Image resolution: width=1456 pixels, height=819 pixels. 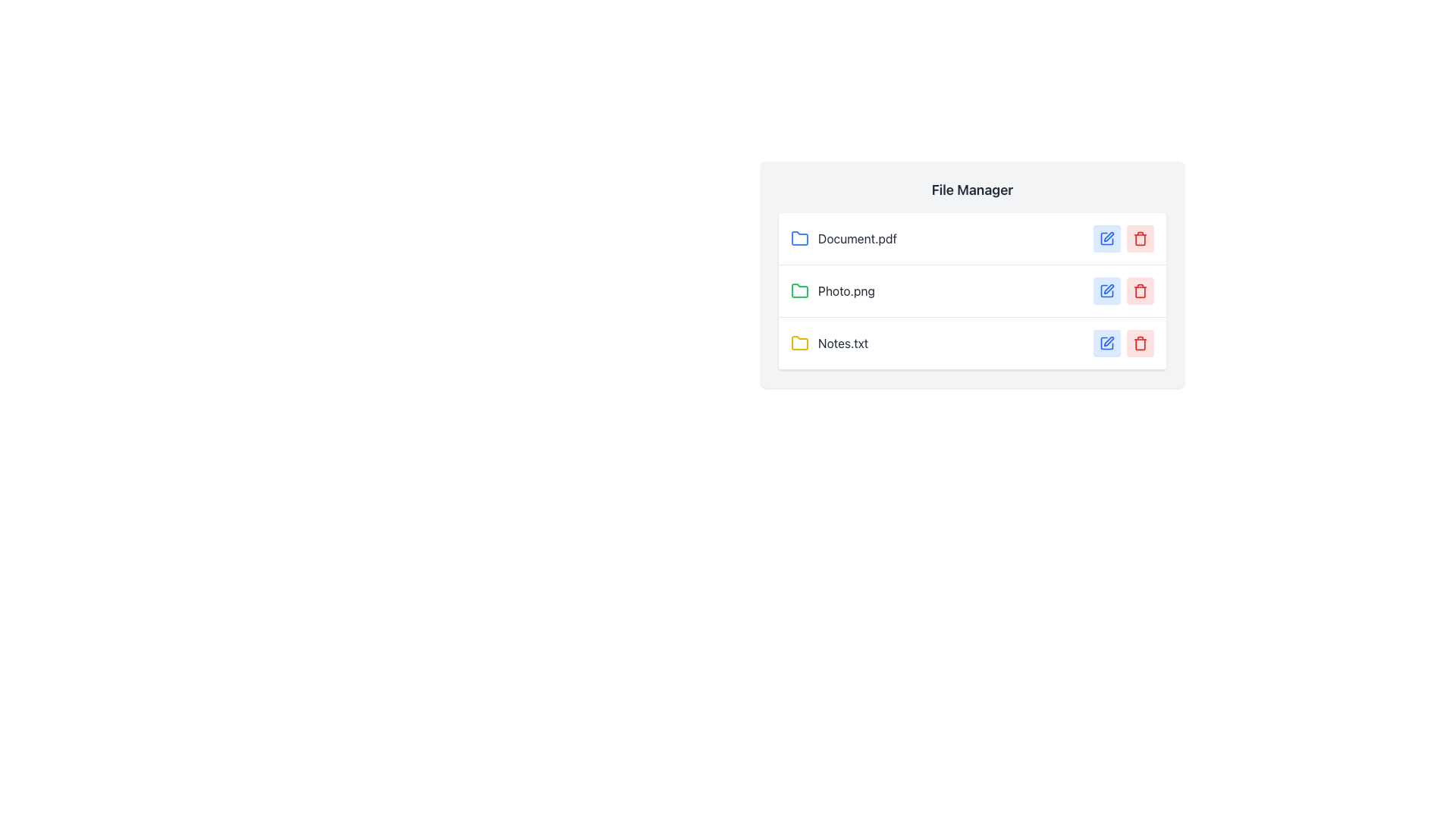 I want to click on the delete button, which is a rounded red button with a trash can icon, located within the file manager interface, so click(x=1140, y=239).